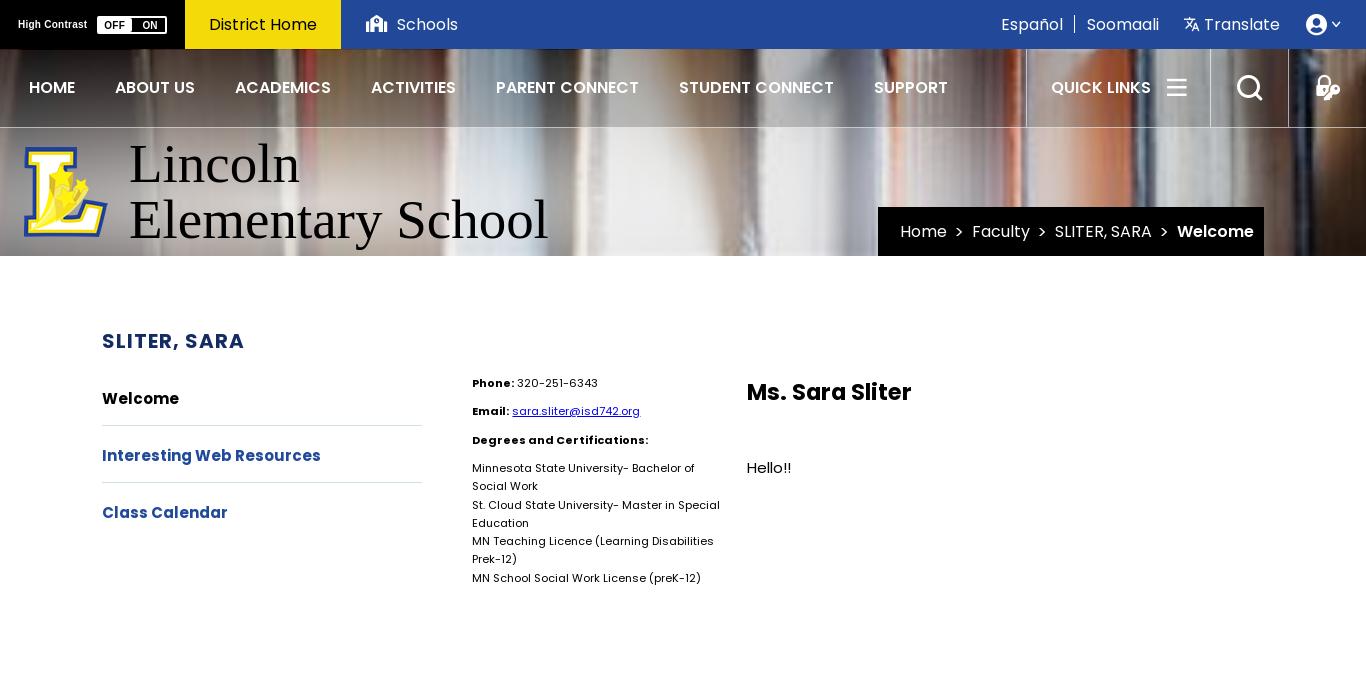 This screenshot has height=675, width=1366. What do you see at coordinates (922, 230) in the screenshot?
I see `'Home'` at bounding box center [922, 230].